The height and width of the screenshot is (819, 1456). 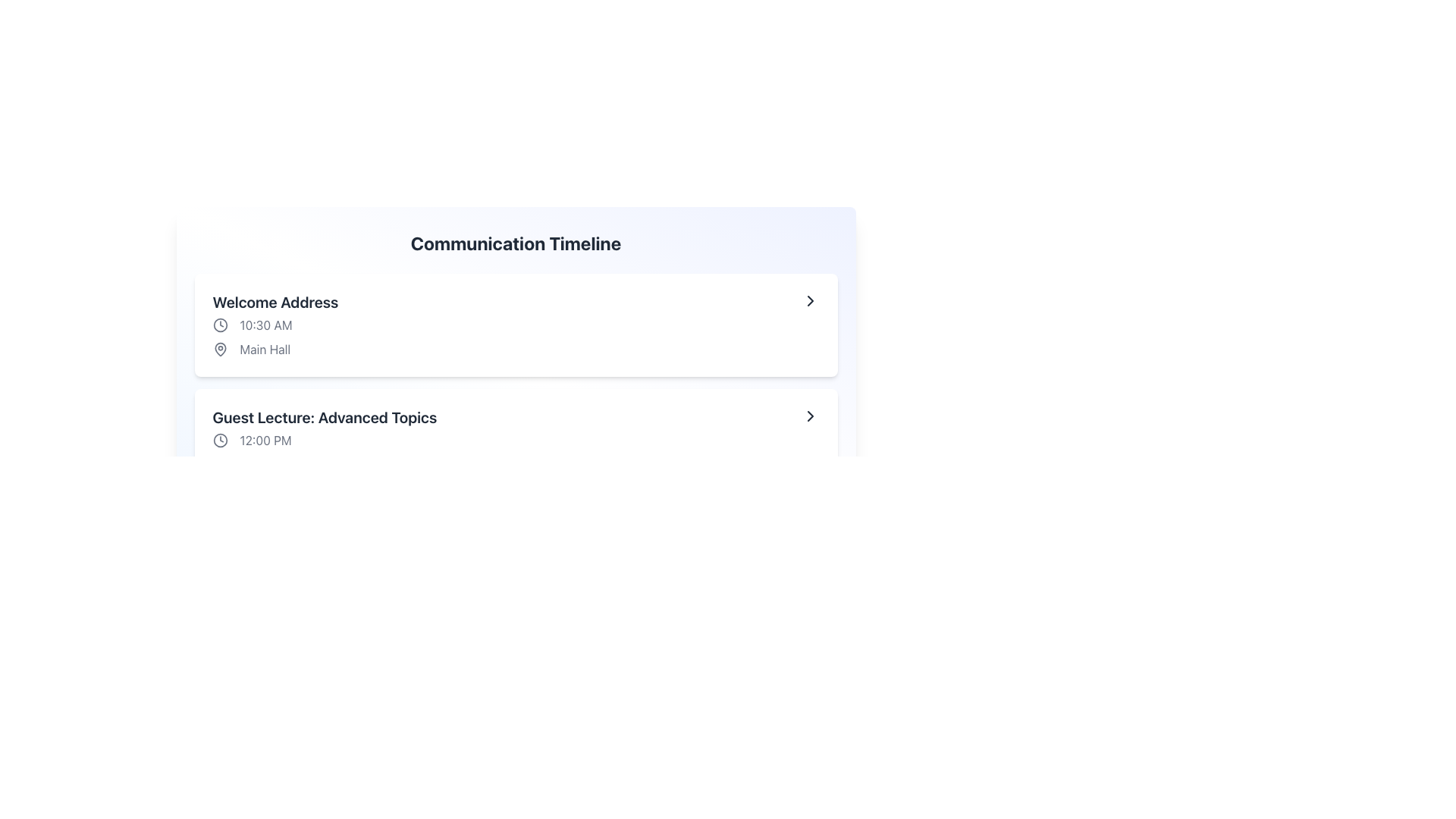 I want to click on text label displaying '12:00 PM', which is the fourth element in the 'Guest Lecture: Advanced Topics' list, styled in soft gray and aligned with a clock icon, so click(x=265, y=441).